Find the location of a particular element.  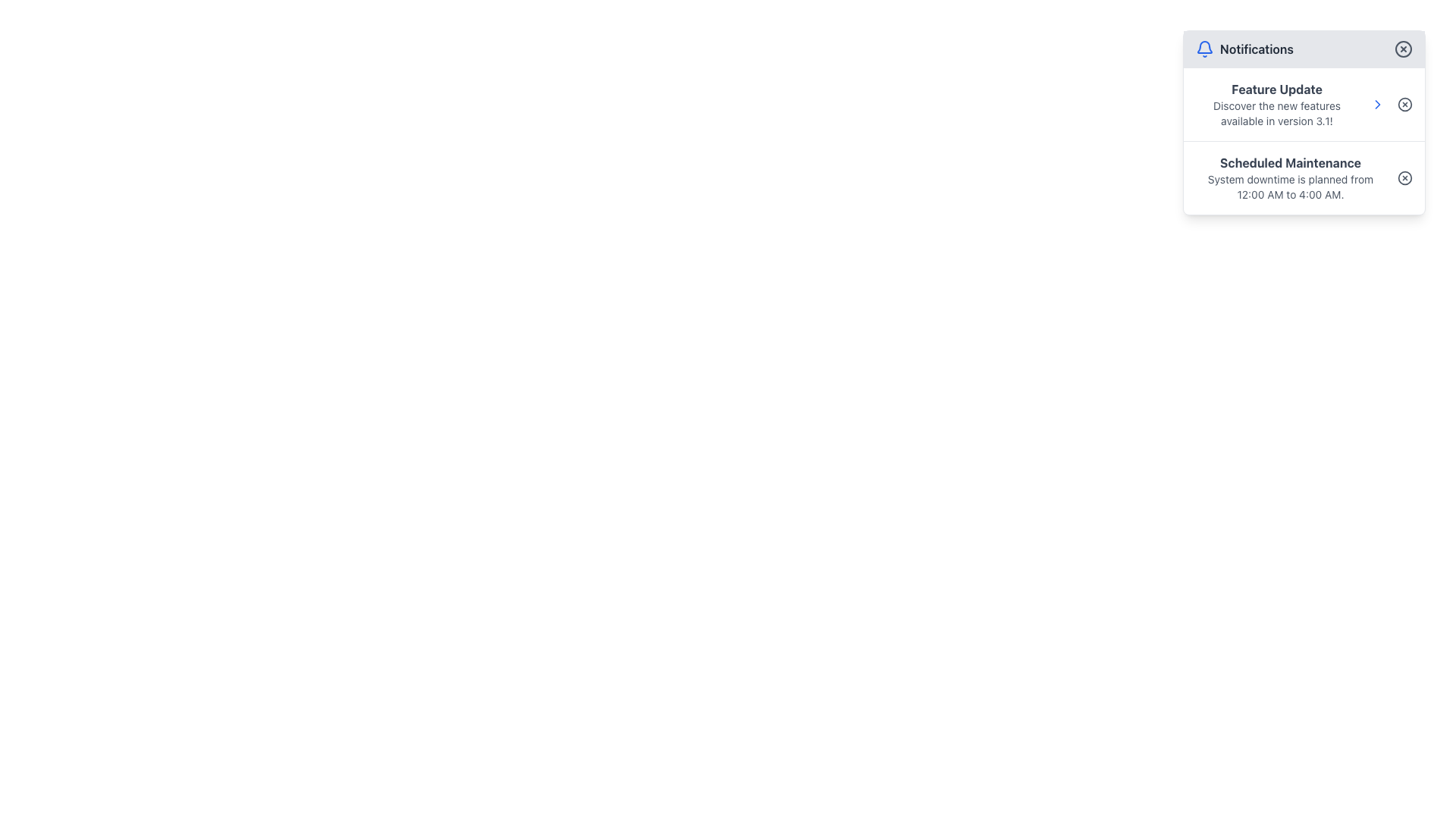

the Notification card in the top-right corner of the interface, which has a white background, rounded corners, and a header labeled 'Notifications' is located at coordinates (1303, 122).